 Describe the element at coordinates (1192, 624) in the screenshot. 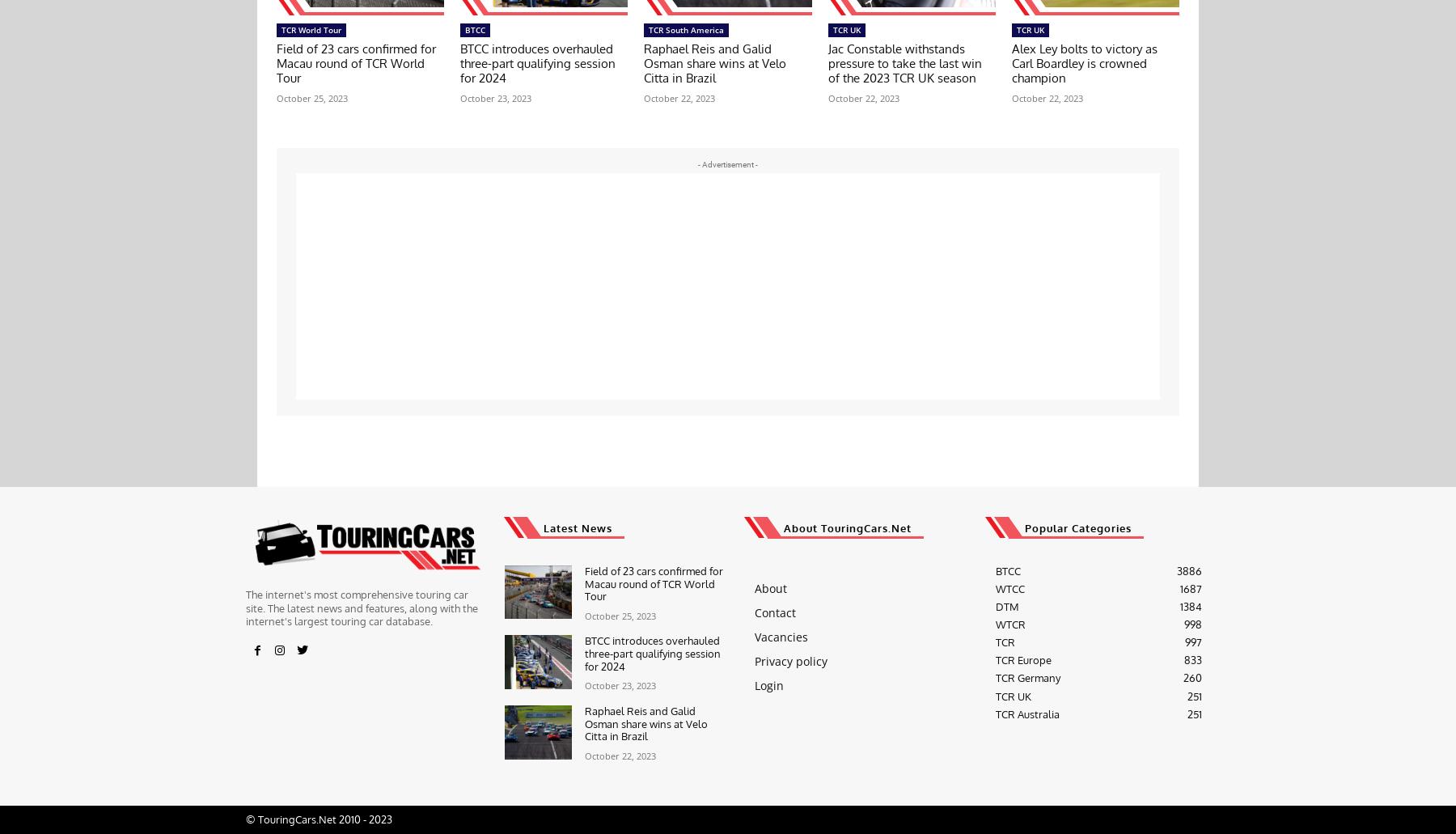

I see `'998'` at that location.